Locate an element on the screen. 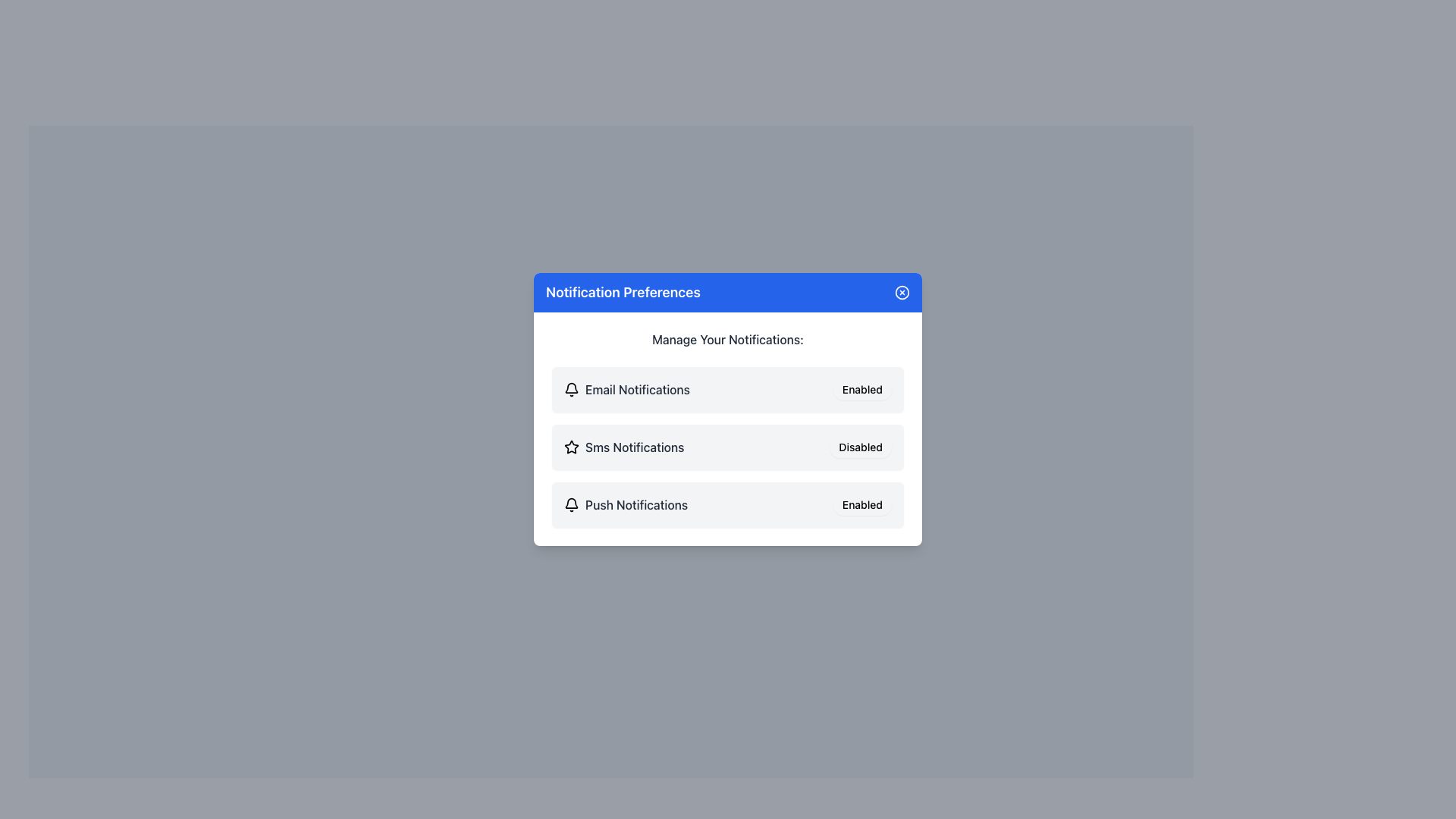  the bell icon representing notifications, which is part of the 'Notification Preferences' section, located to the left of the 'Push Notifications' toggle is located at coordinates (570, 505).